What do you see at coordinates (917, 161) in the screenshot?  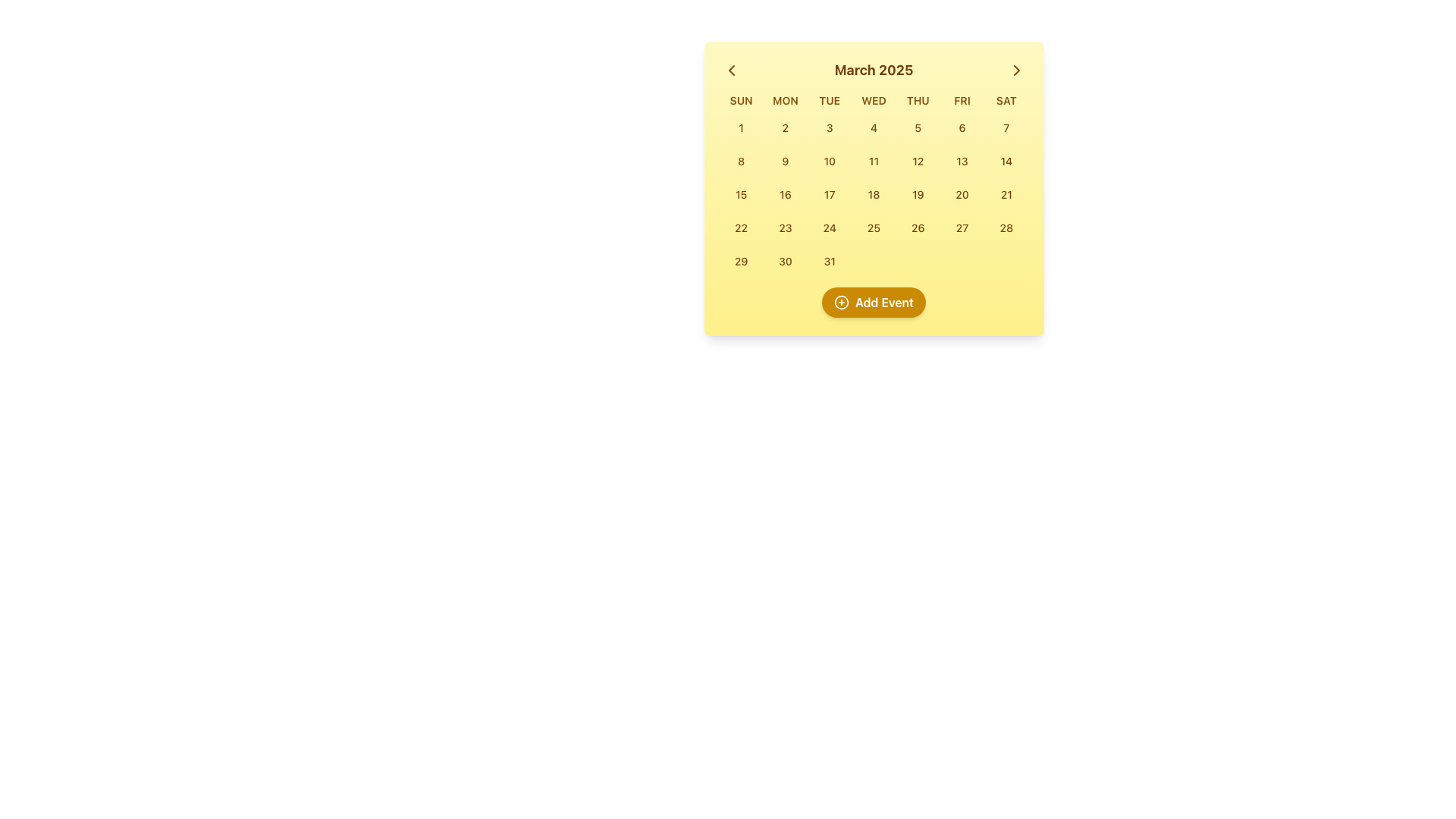 I see `the text element displaying the numerical date '12' in the calendar grid` at bounding box center [917, 161].